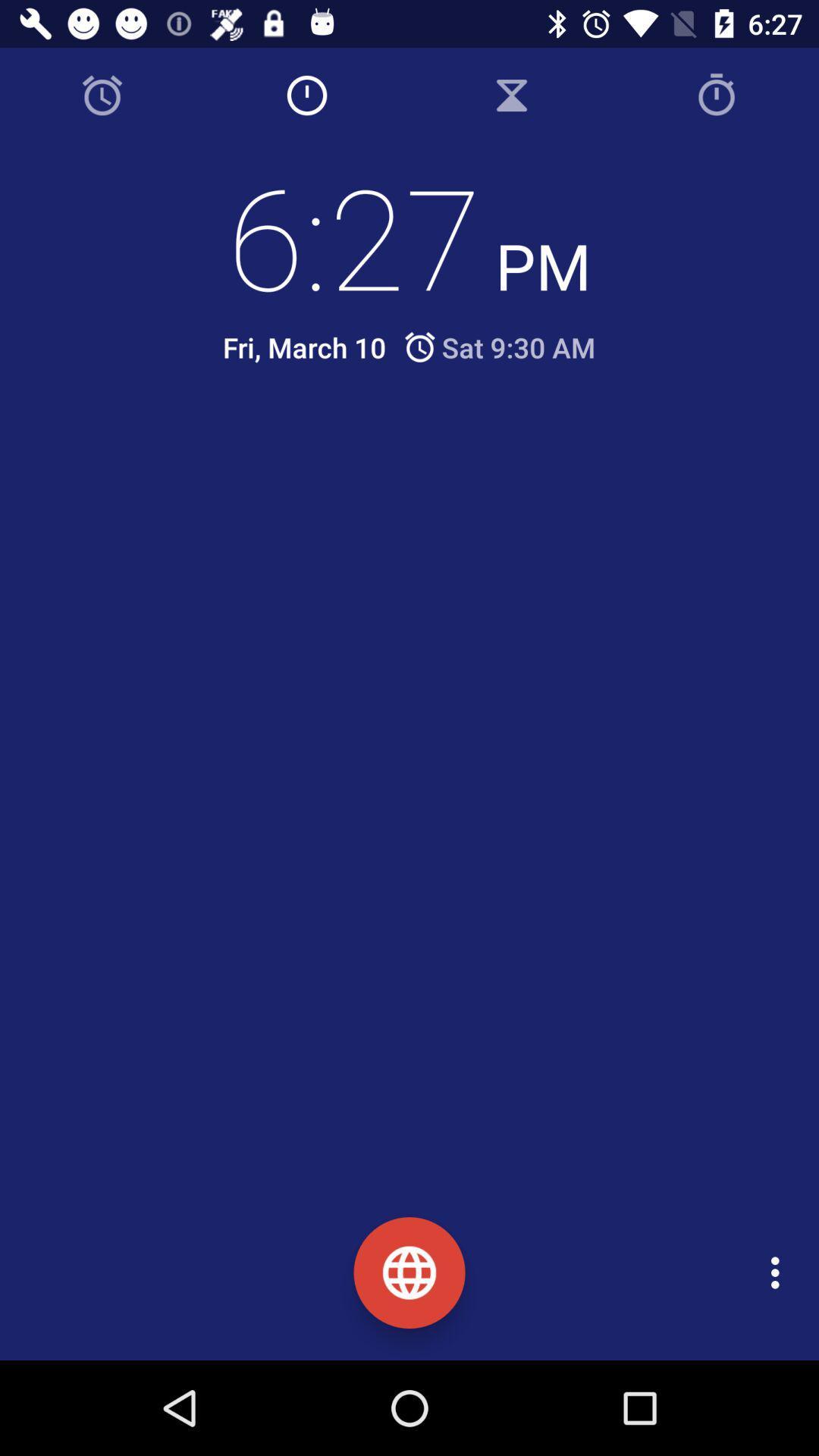  I want to click on icon to the left of the sat 9 30 item, so click(304, 347).